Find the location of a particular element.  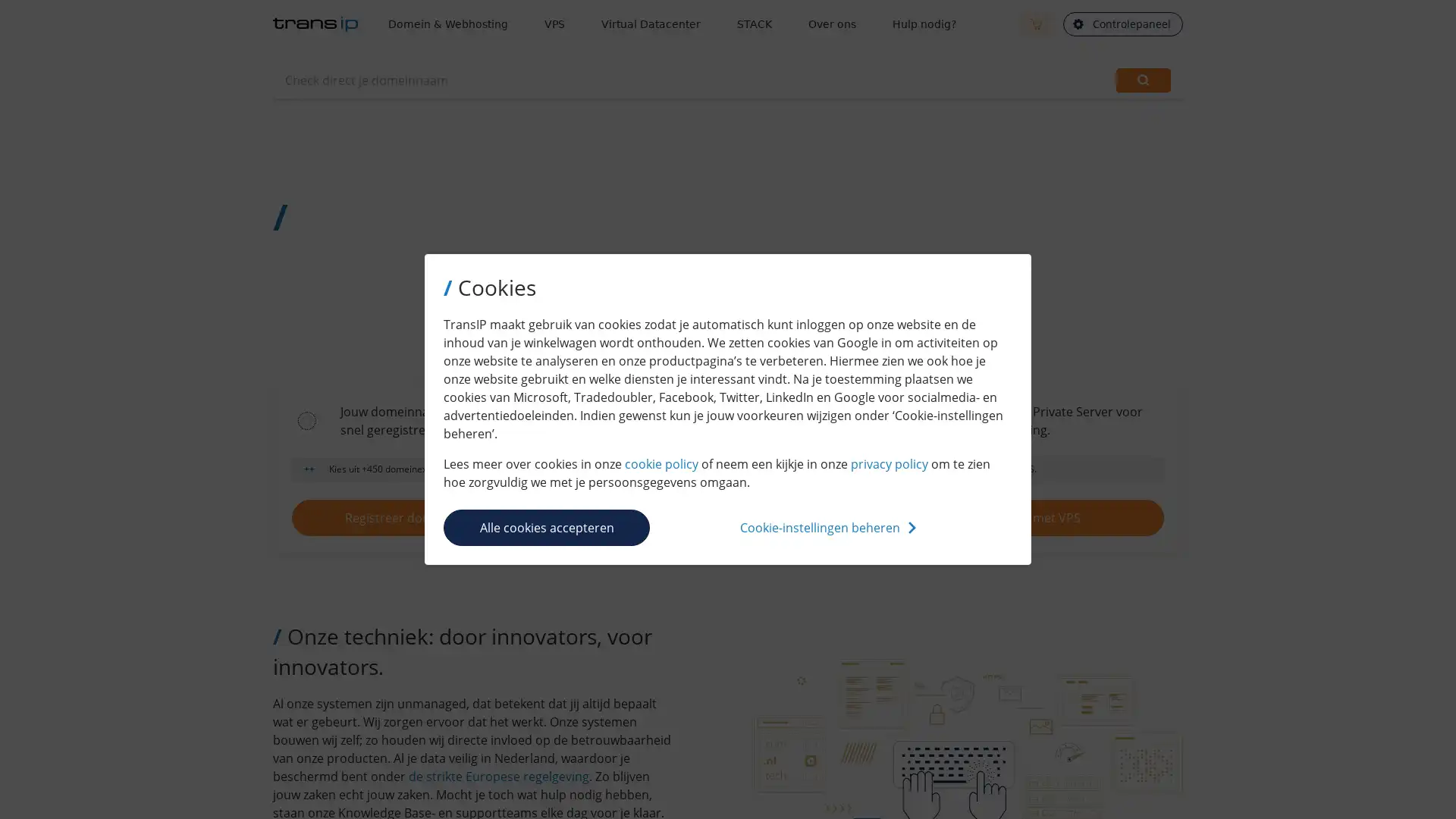

Alle cookies accepteren is located at coordinates (546, 526).